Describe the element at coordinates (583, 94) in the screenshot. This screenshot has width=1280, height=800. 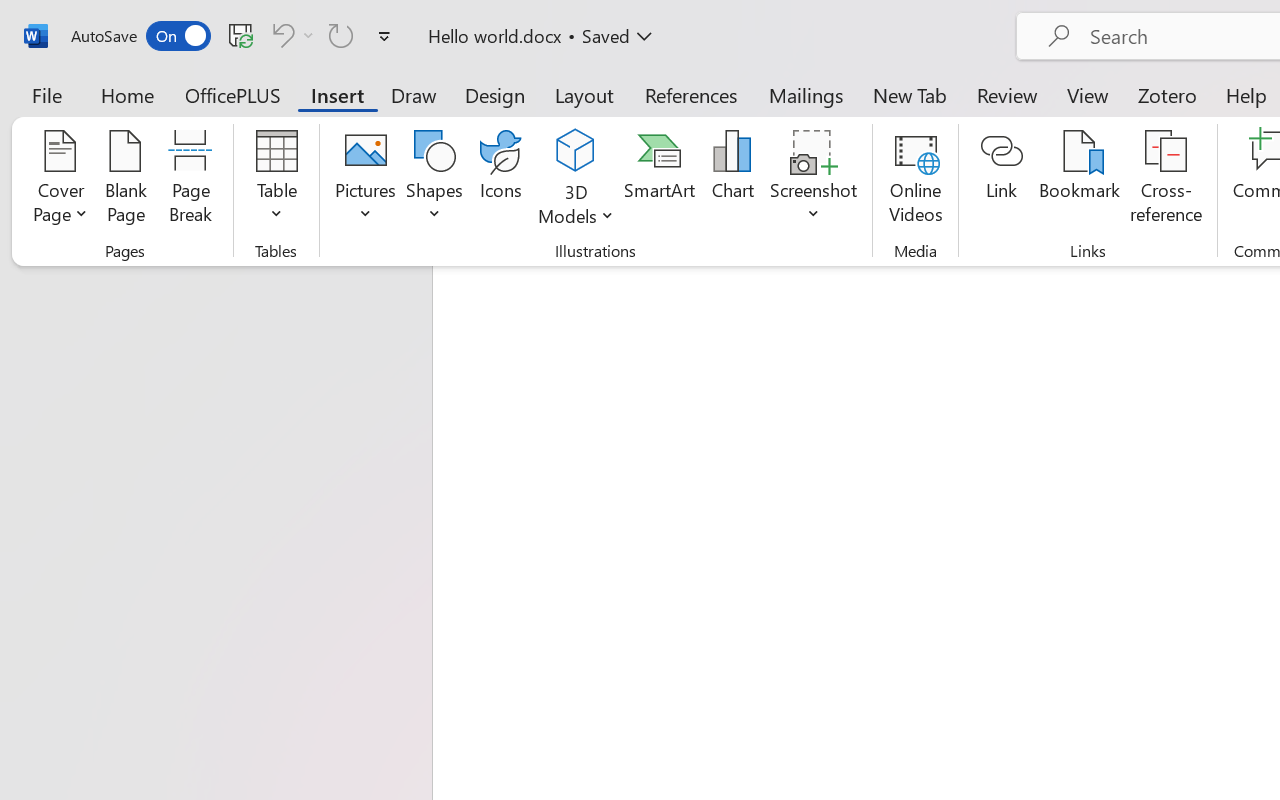
I see `'Layout'` at that location.